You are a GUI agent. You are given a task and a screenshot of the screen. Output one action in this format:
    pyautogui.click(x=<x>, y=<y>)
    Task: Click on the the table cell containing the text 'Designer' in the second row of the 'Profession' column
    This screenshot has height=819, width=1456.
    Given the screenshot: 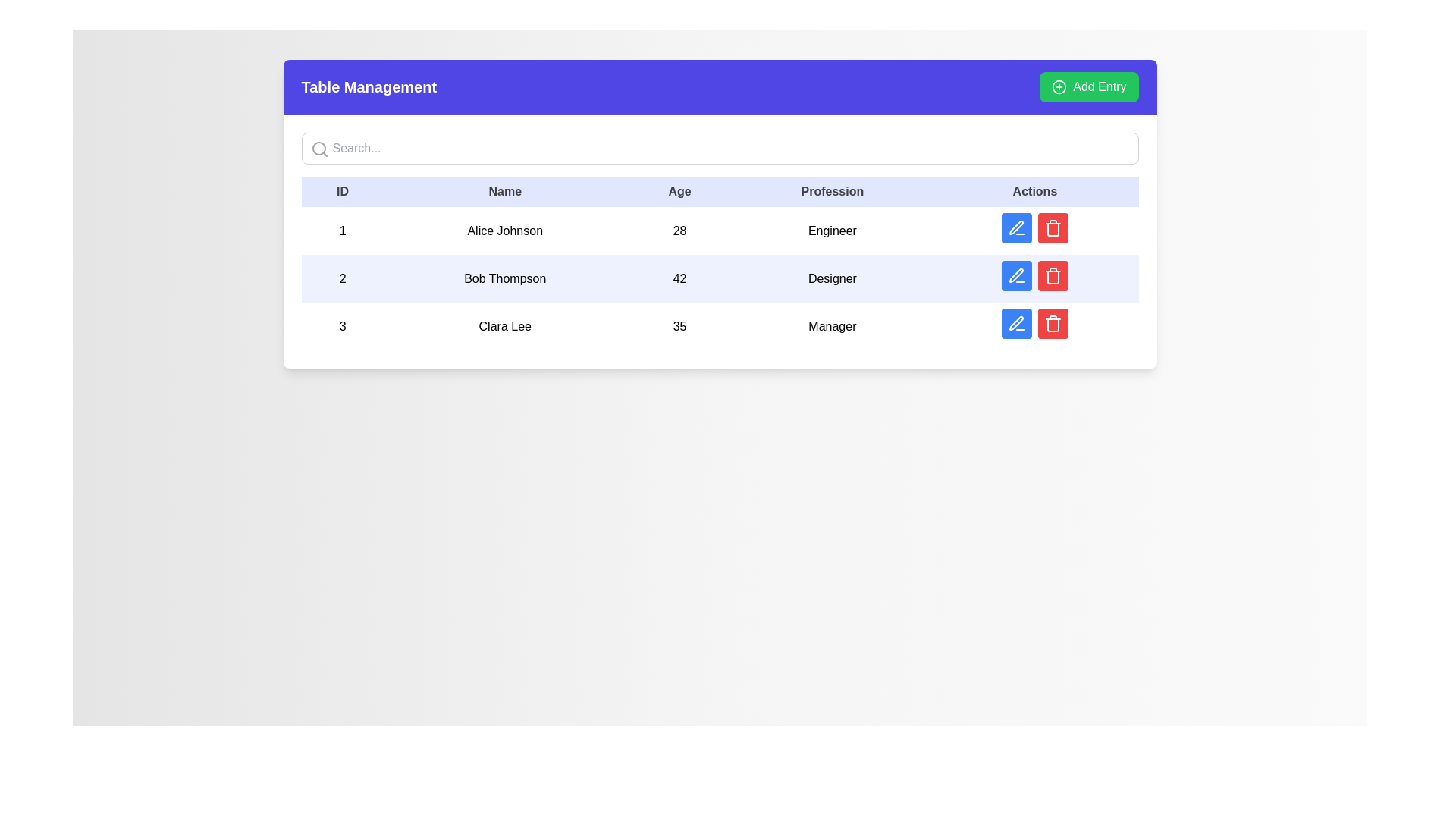 What is the action you would take?
    pyautogui.click(x=831, y=278)
    